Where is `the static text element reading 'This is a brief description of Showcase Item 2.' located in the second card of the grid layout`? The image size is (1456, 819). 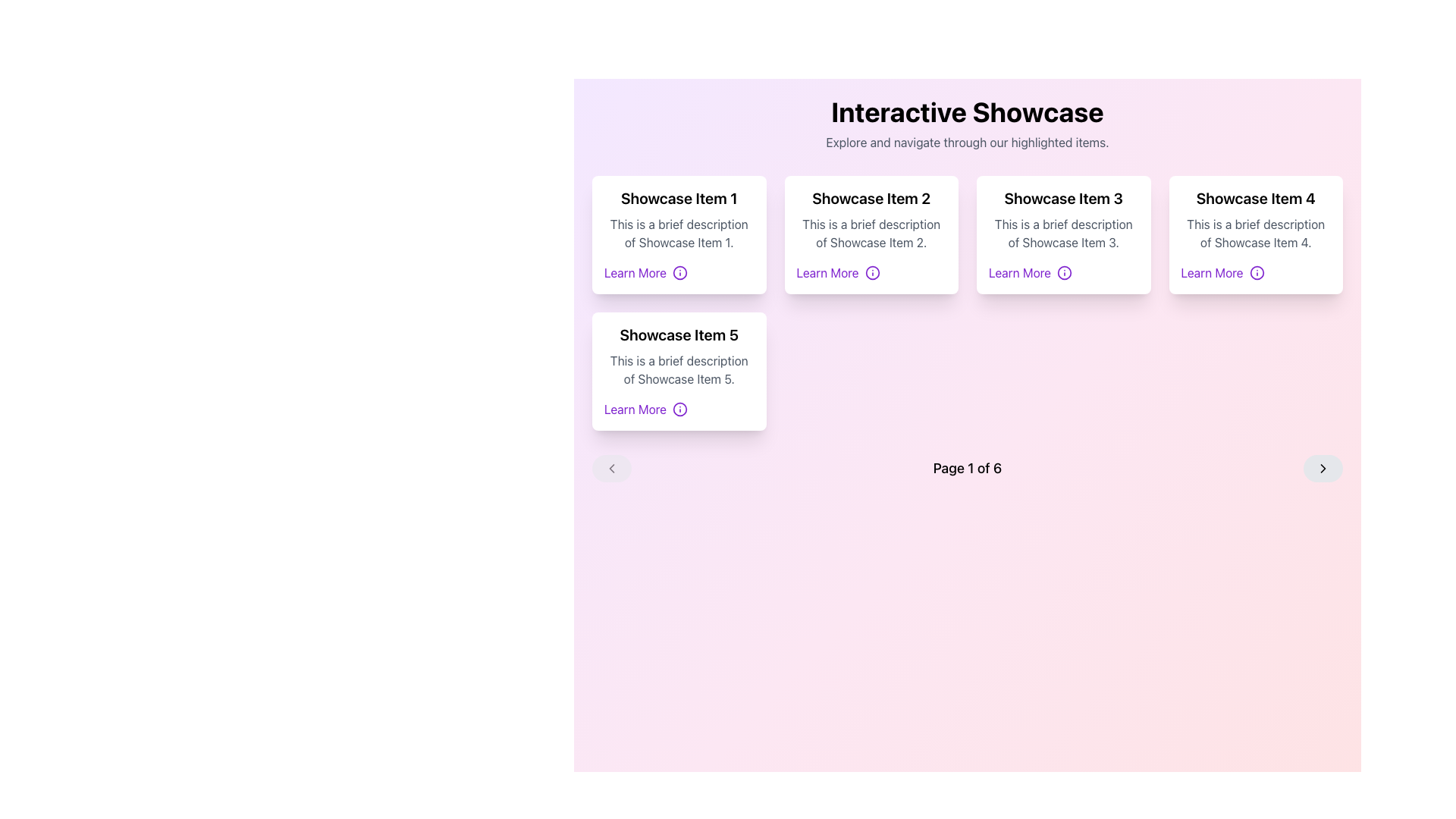
the static text element reading 'This is a brief description of Showcase Item 2.' located in the second card of the grid layout is located at coordinates (871, 234).